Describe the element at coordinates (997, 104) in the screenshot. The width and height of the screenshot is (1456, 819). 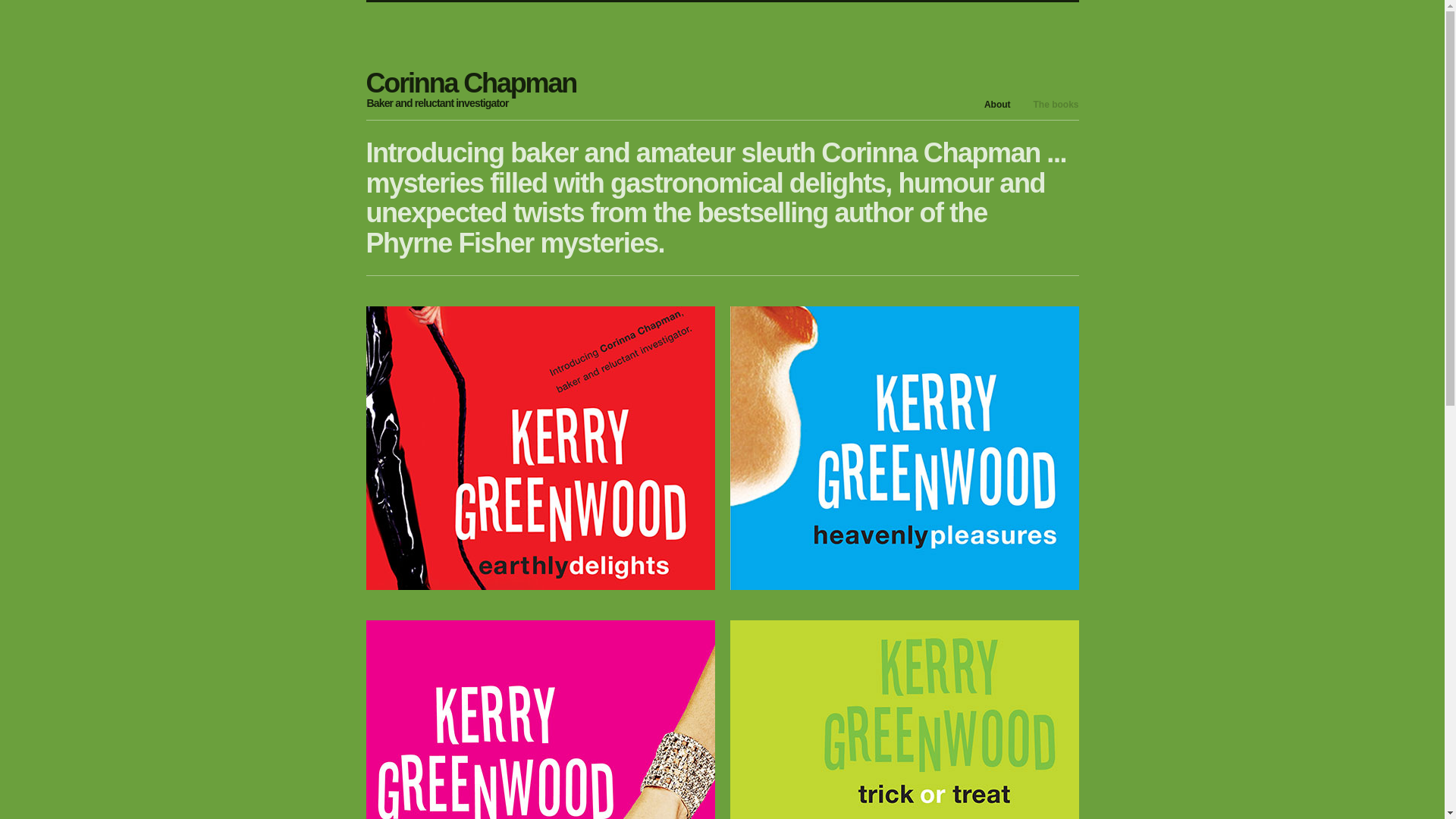
I see `'About'` at that location.